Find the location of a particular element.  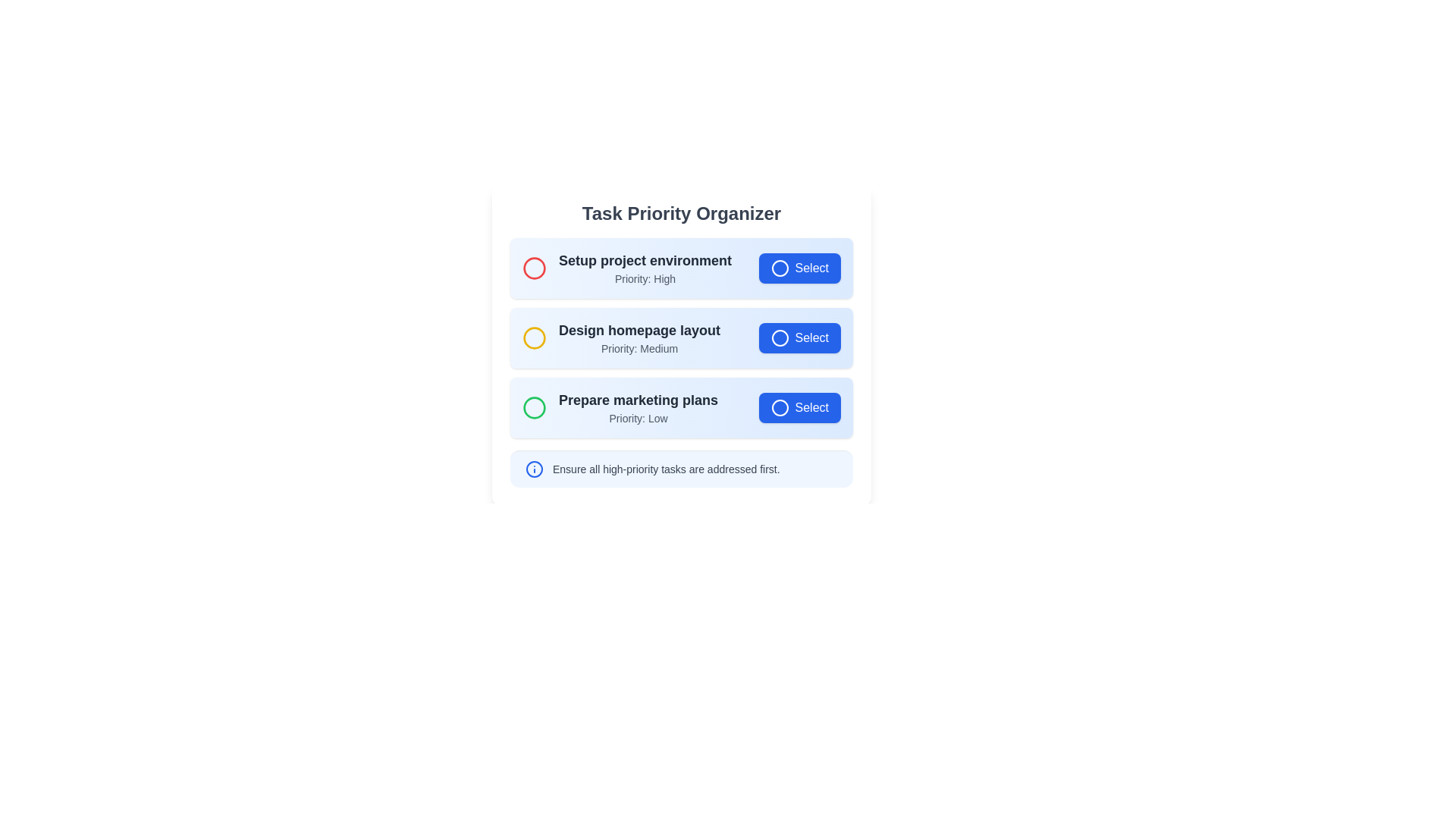

text content of the Text Label displaying 'Priority: High', which is located directly below the title 'Setup project environment' in the 'Task Priority Organizer' interface is located at coordinates (645, 278).